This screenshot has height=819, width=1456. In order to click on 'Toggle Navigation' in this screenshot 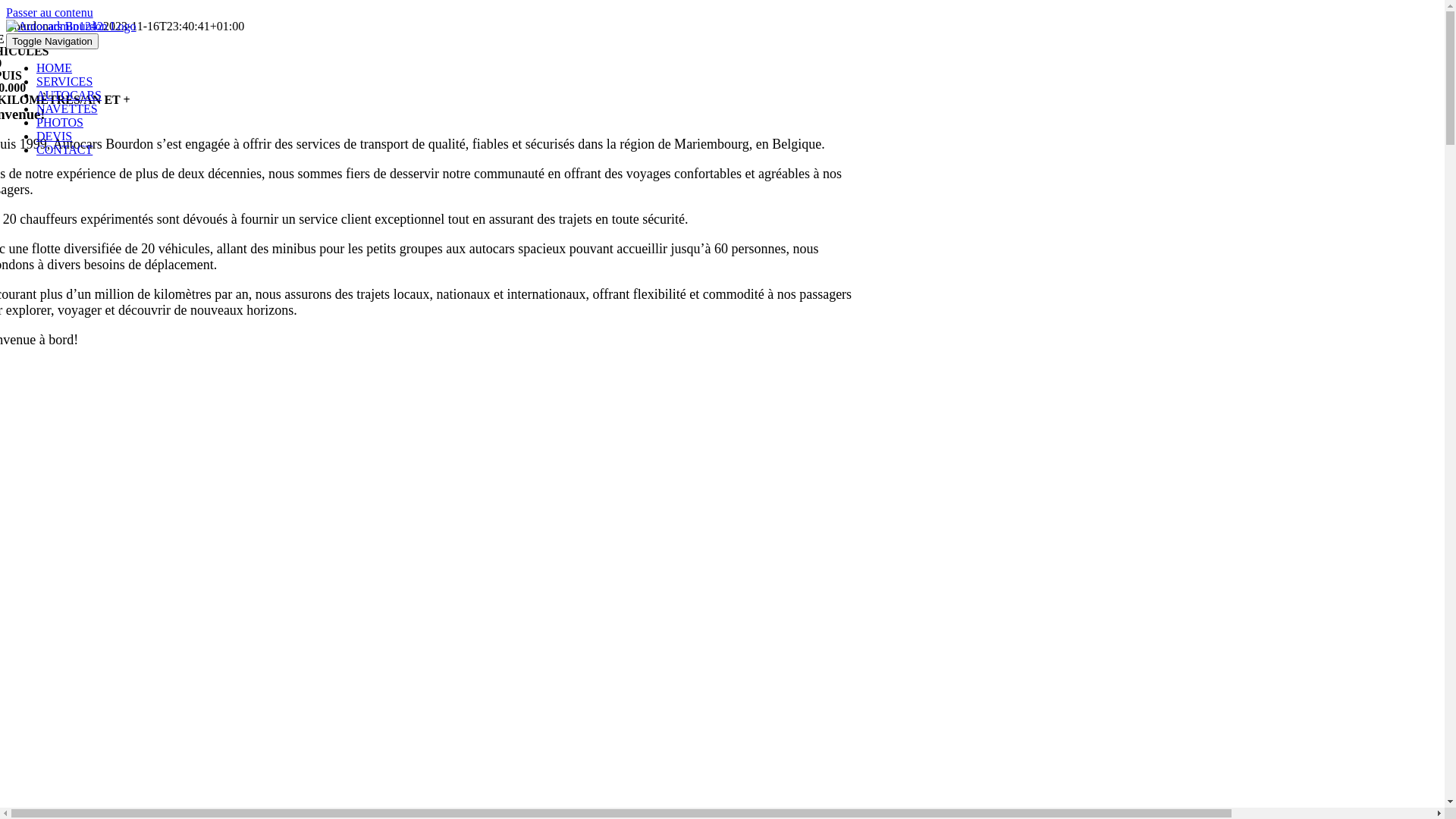, I will do `click(52, 40)`.